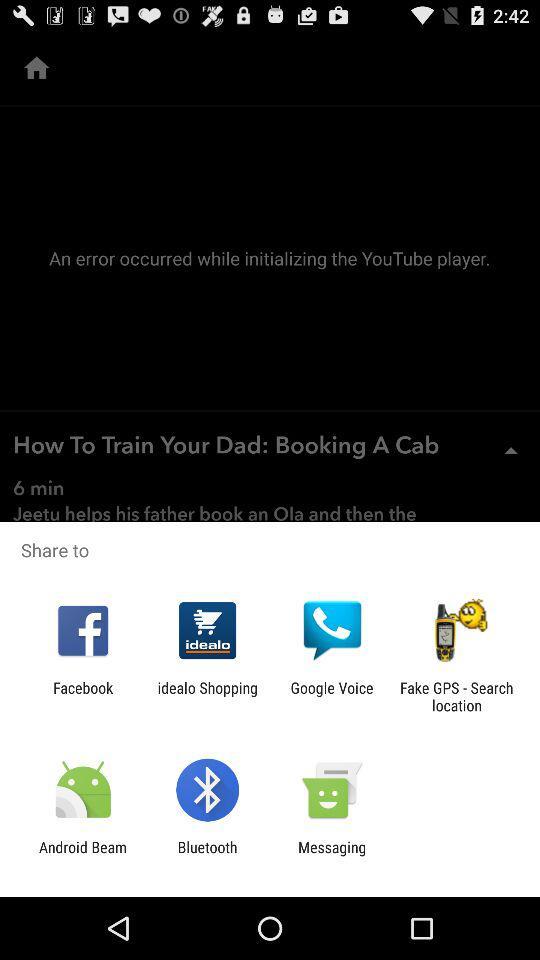  Describe the element at coordinates (82, 696) in the screenshot. I see `item to the left of idealo shopping app` at that location.